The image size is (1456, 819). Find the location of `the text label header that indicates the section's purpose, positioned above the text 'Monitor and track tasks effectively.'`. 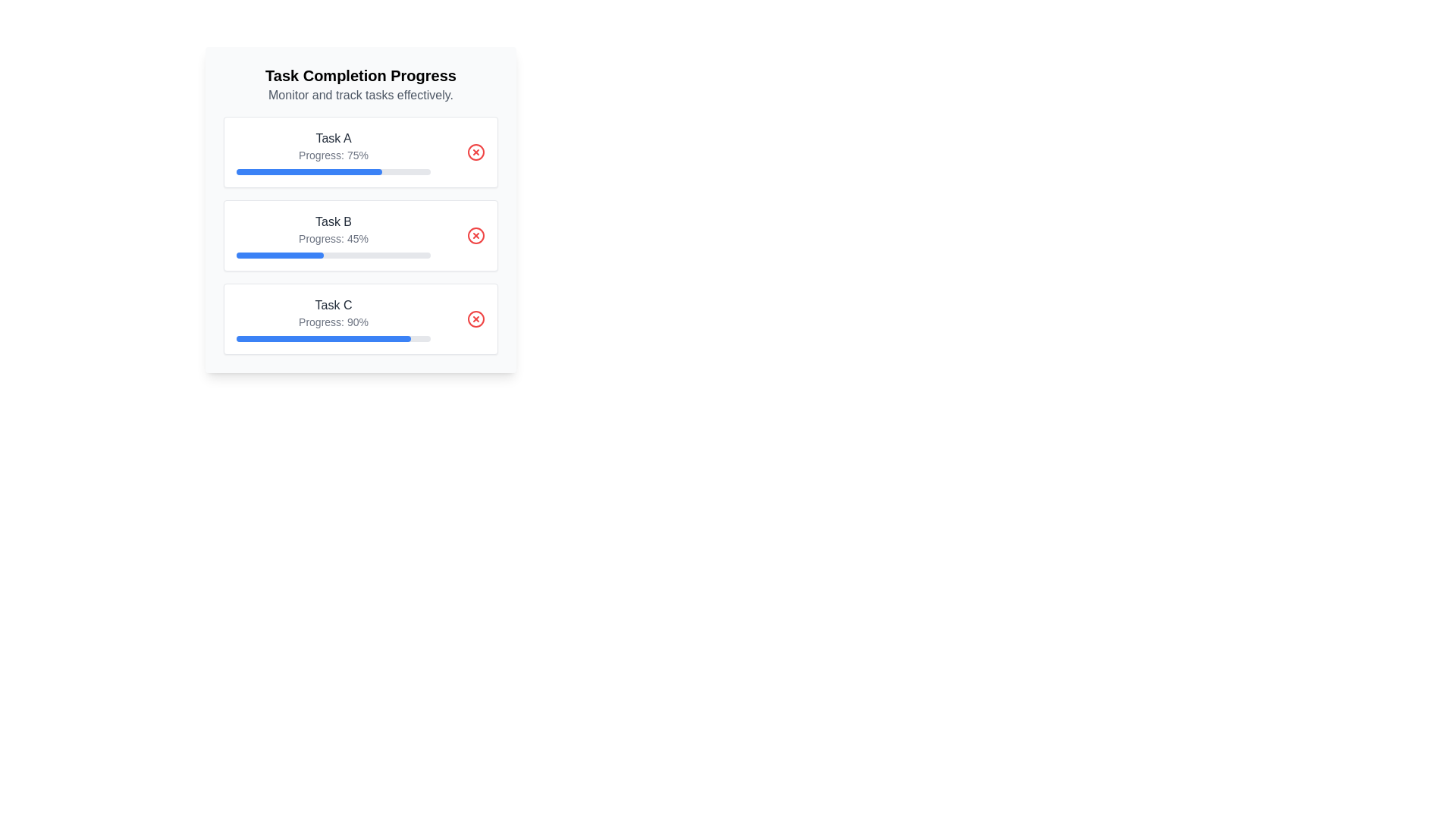

the text label header that indicates the section's purpose, positioned above the text 'Monitor and track tasks effectively.' is located at coordinates (359, 76).